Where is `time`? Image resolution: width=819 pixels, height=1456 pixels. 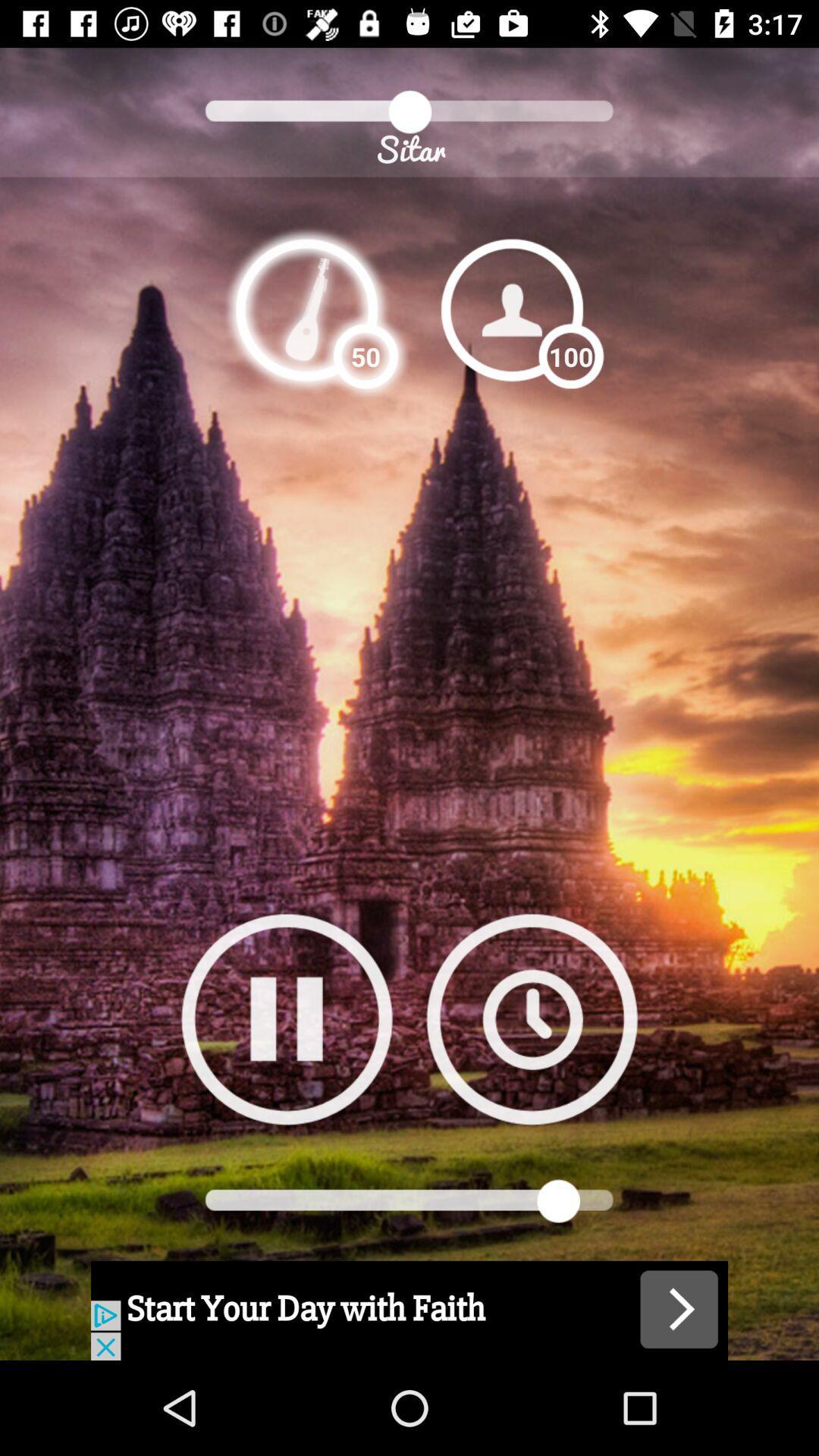 time is located at coordinates (531, 1018).